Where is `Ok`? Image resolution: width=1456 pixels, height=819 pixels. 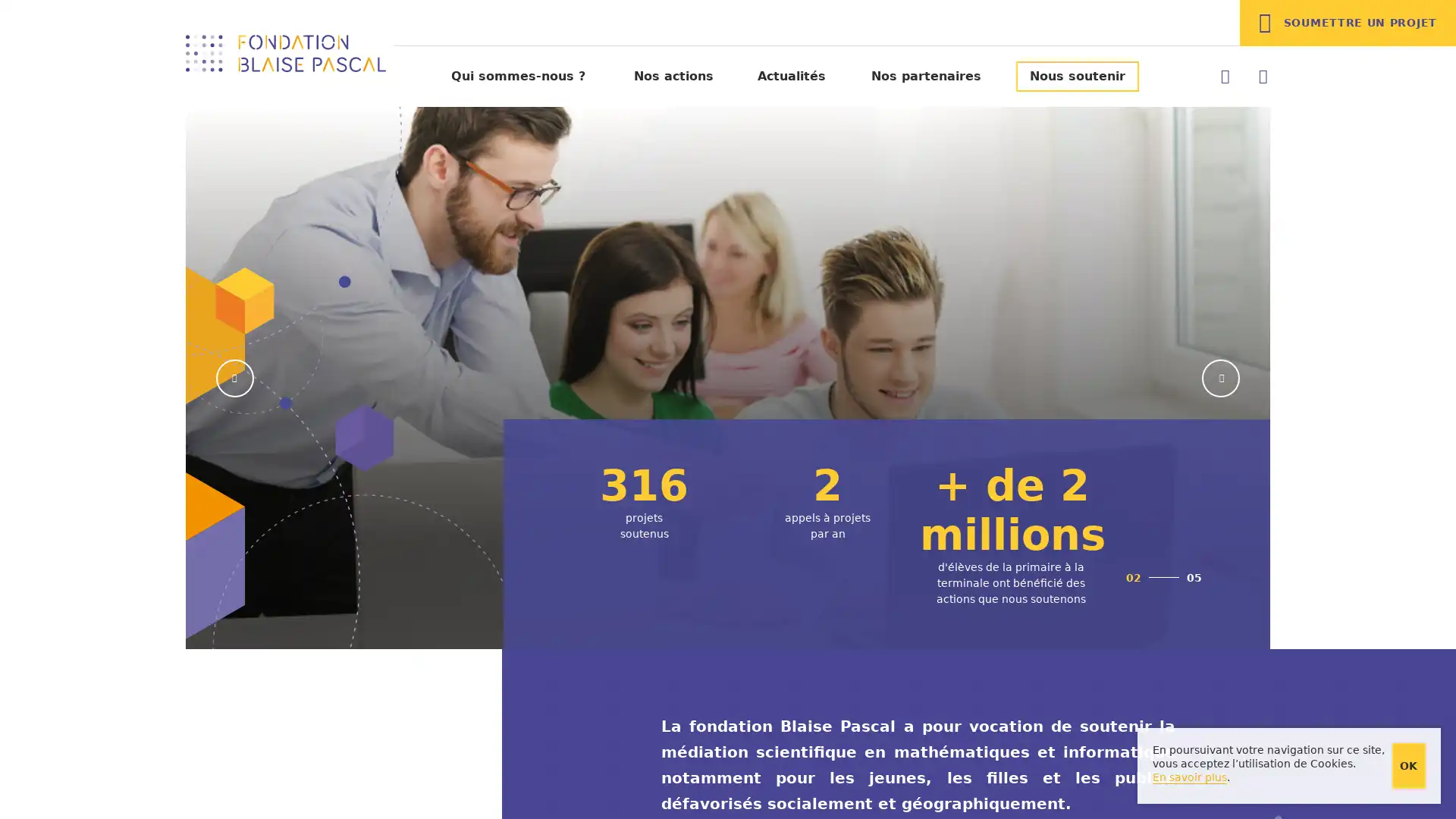 Ok is located at coordinates (1407, 766).